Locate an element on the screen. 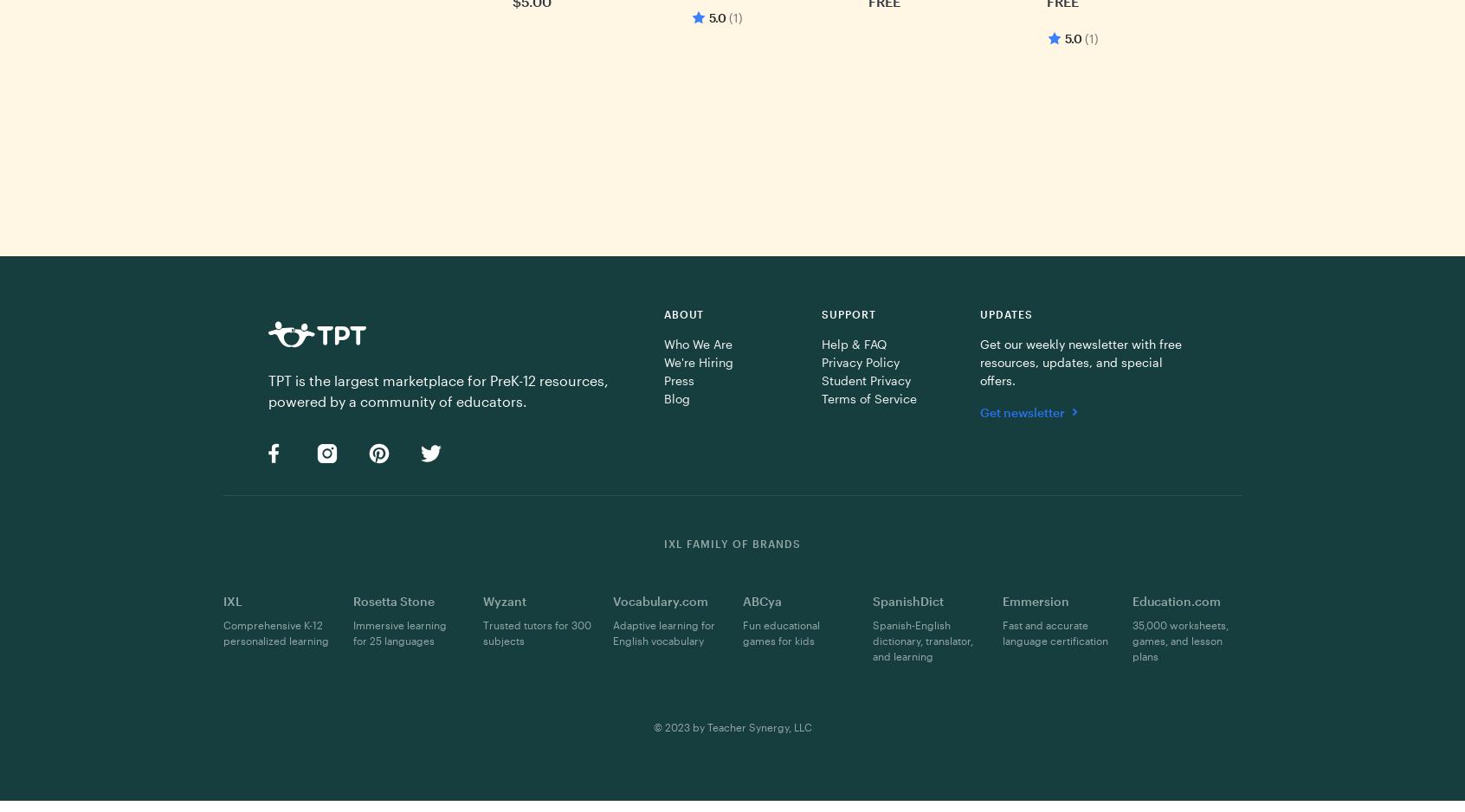  'We're Hiring' is located at coordinates (698, 361).